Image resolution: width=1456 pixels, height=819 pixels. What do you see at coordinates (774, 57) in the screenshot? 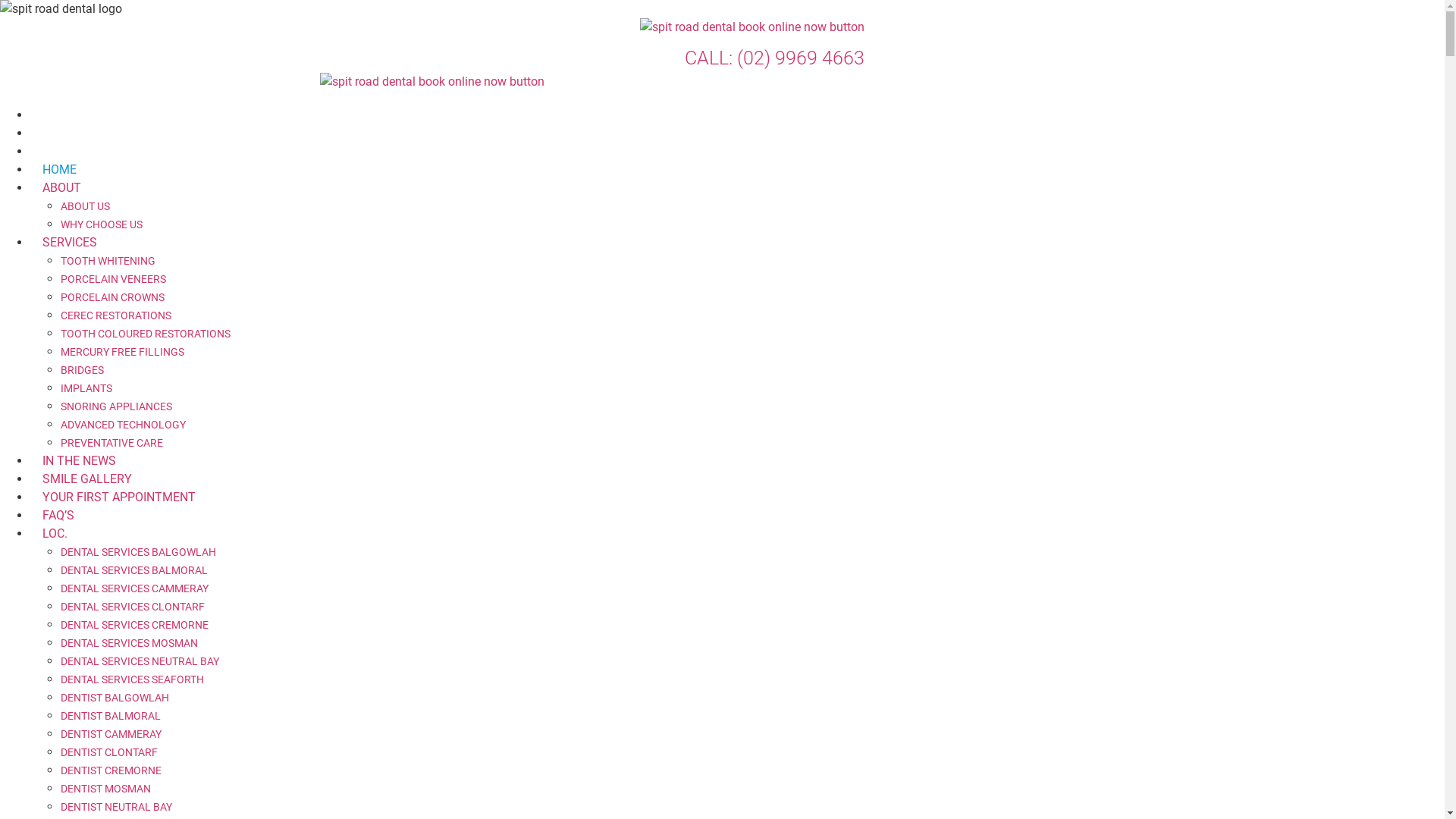
I see `'CALL: (02) 9969 4663'` at bounding box center [774, 57].